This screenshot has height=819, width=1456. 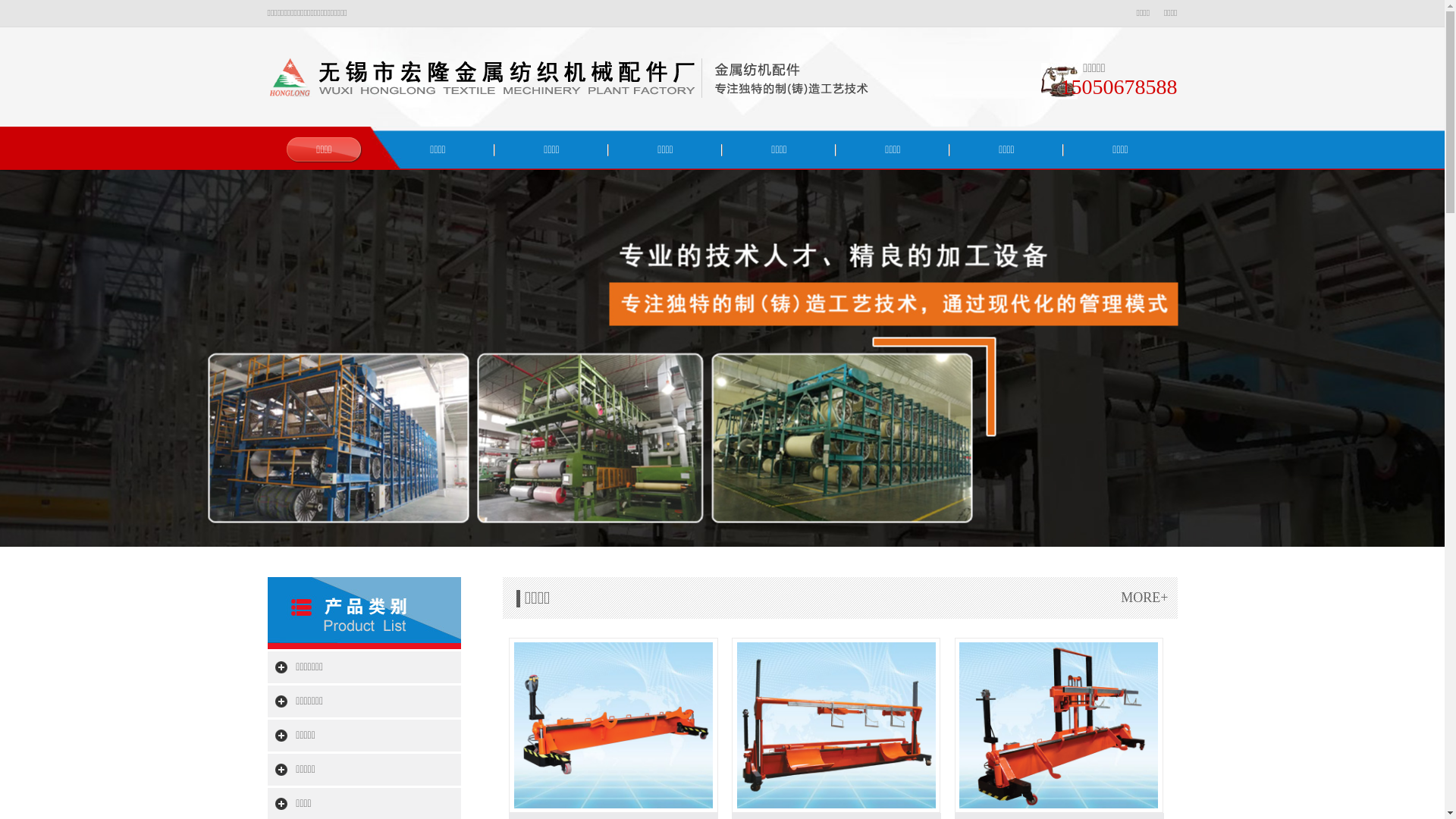 I want to click on 'MORE+', so click(x=1144, y=596).